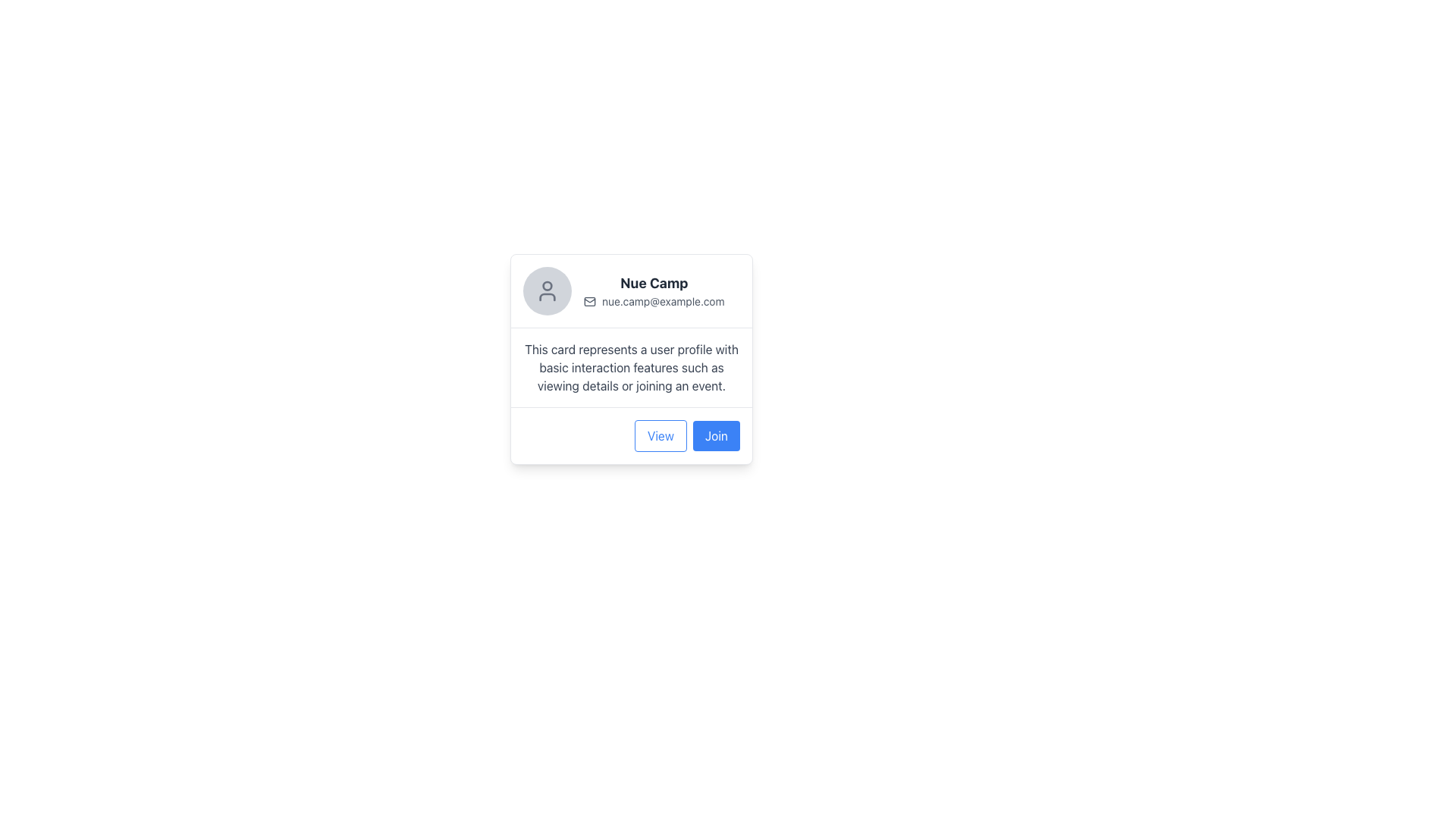 Image resolution: width=1456 pixels, height=819 pixels. Describe the element at coordinates (546, 286) in the screenshot. I see `the circular head icon within the user avatar located at the top-left corner of the user card displaying 'Nue Camp' and 'nue.camp@example.com'` at that location.